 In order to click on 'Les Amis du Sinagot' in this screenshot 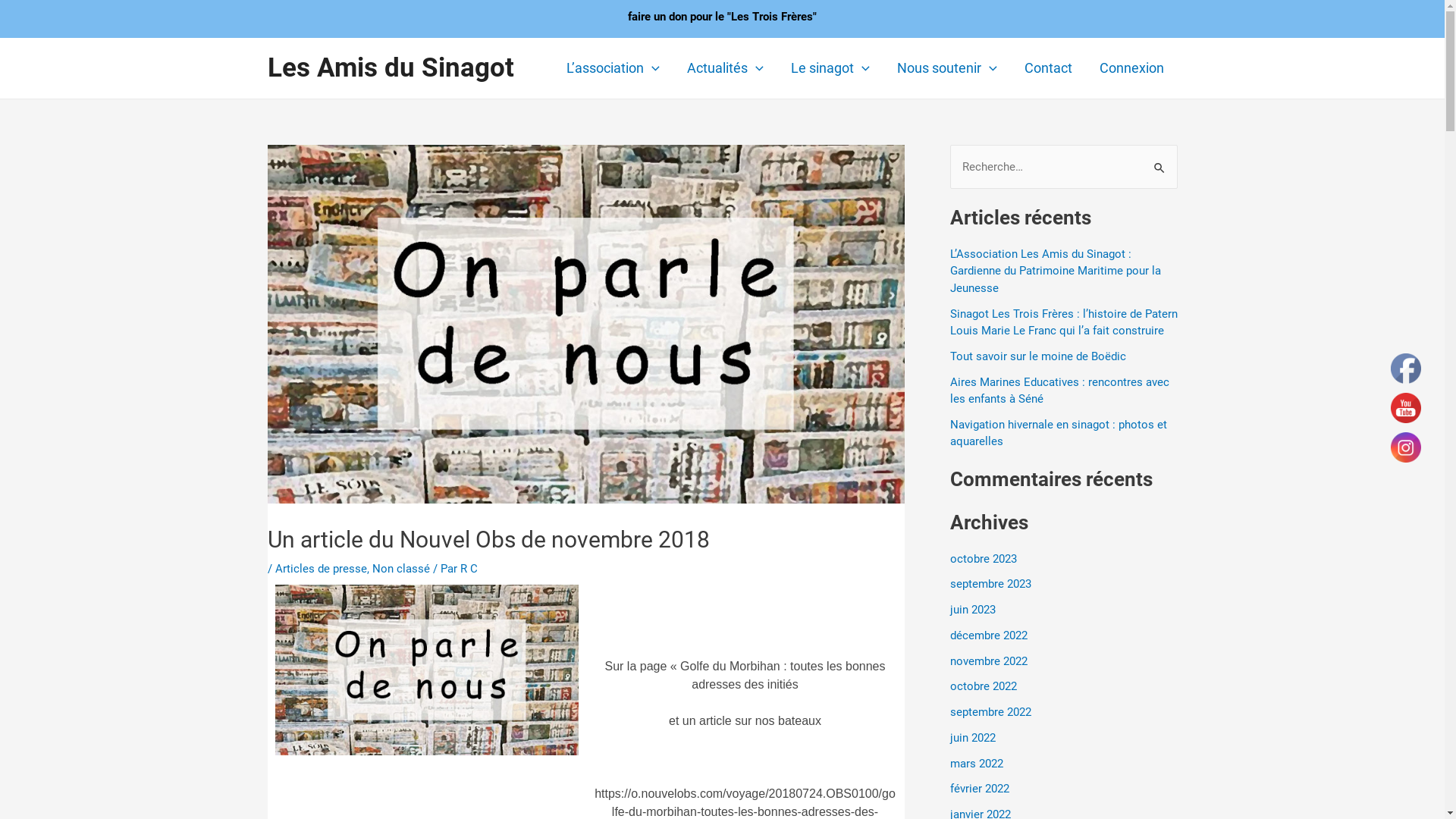, I will do `click(390, 67)`.